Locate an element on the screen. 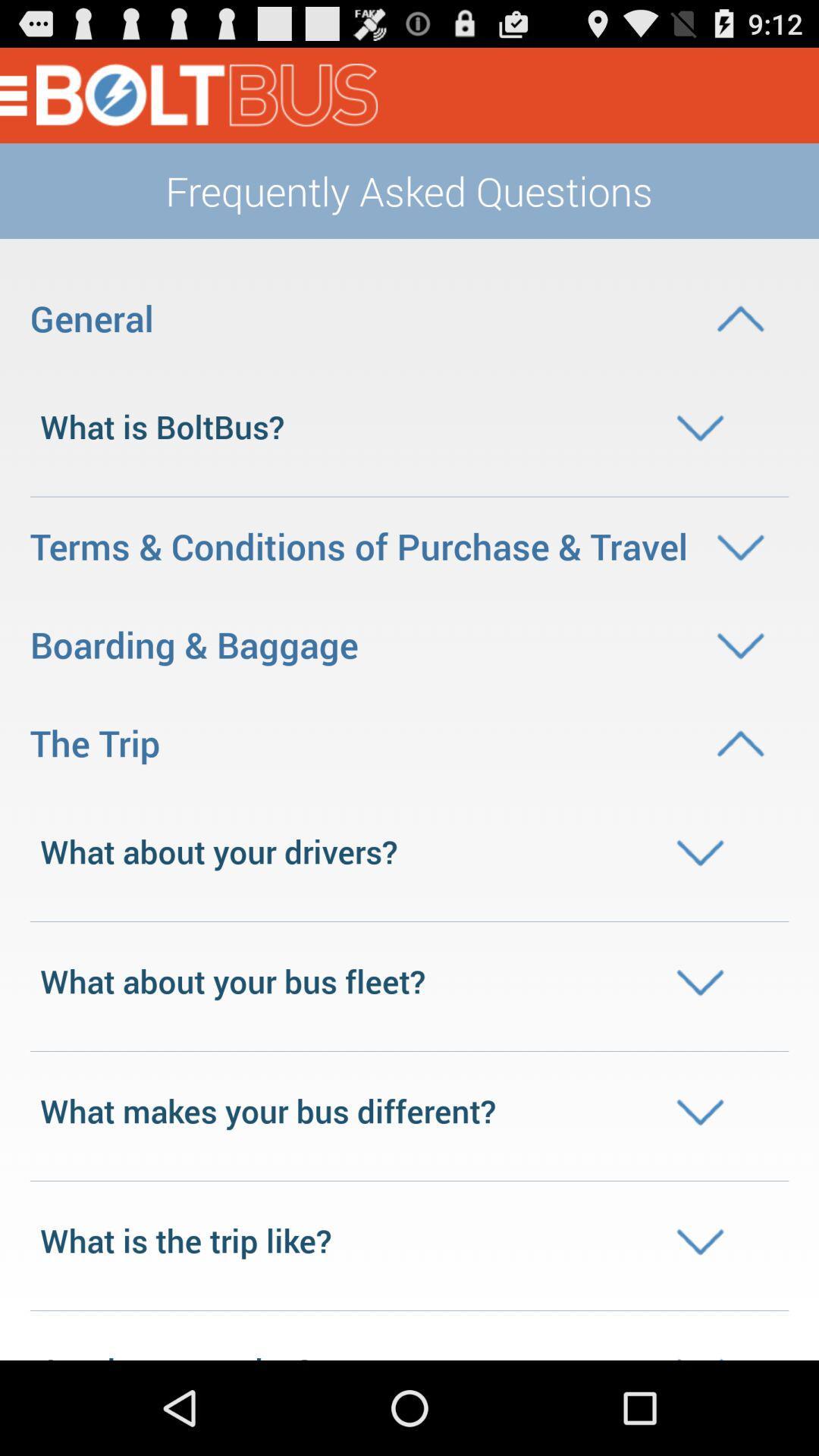 This screenshot has height=1456, width=819. the drop down text which is bottom of the page is located at coordinates (409, 1241).